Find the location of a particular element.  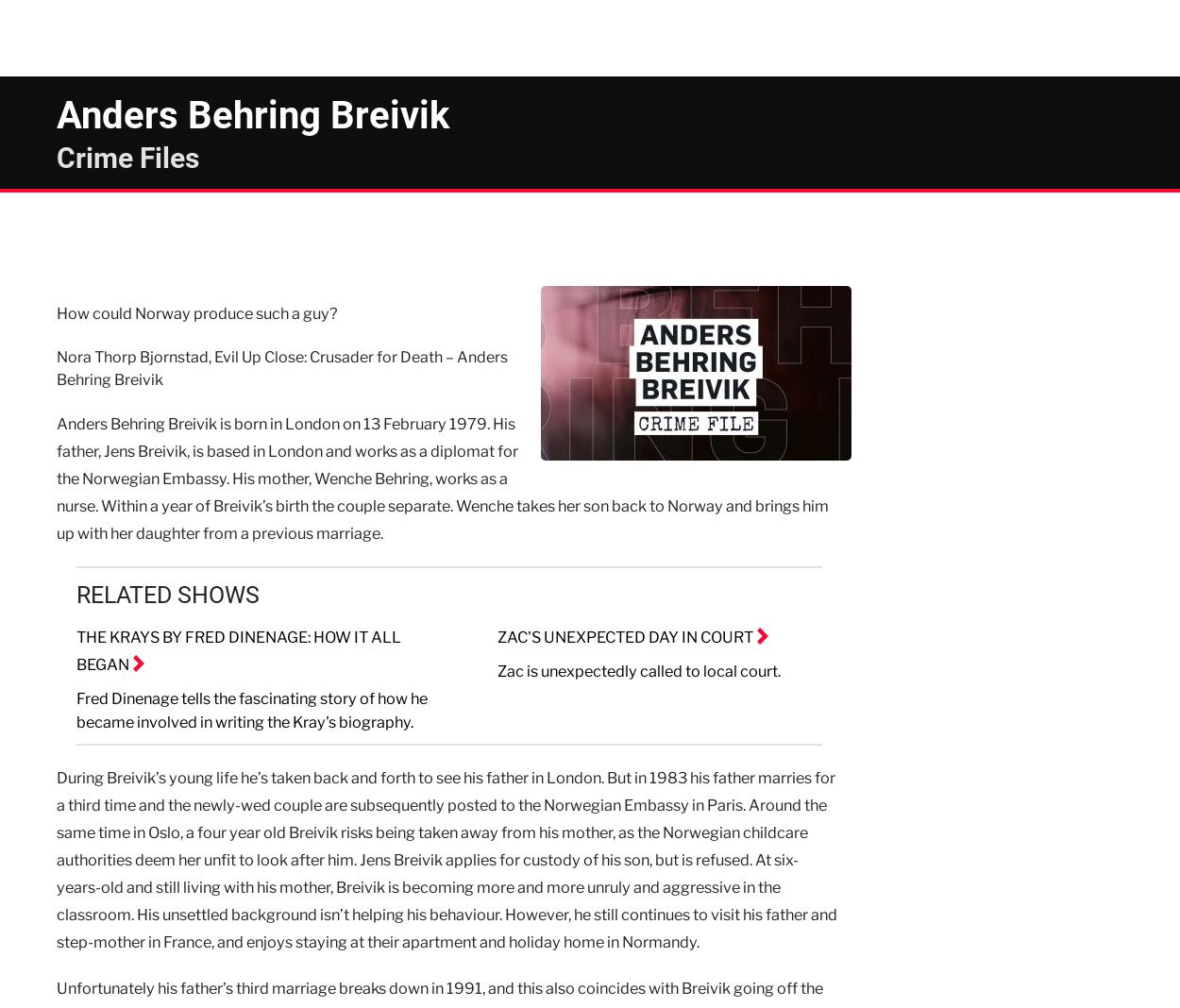

'The Trial' is located at coordinates (431, 21).